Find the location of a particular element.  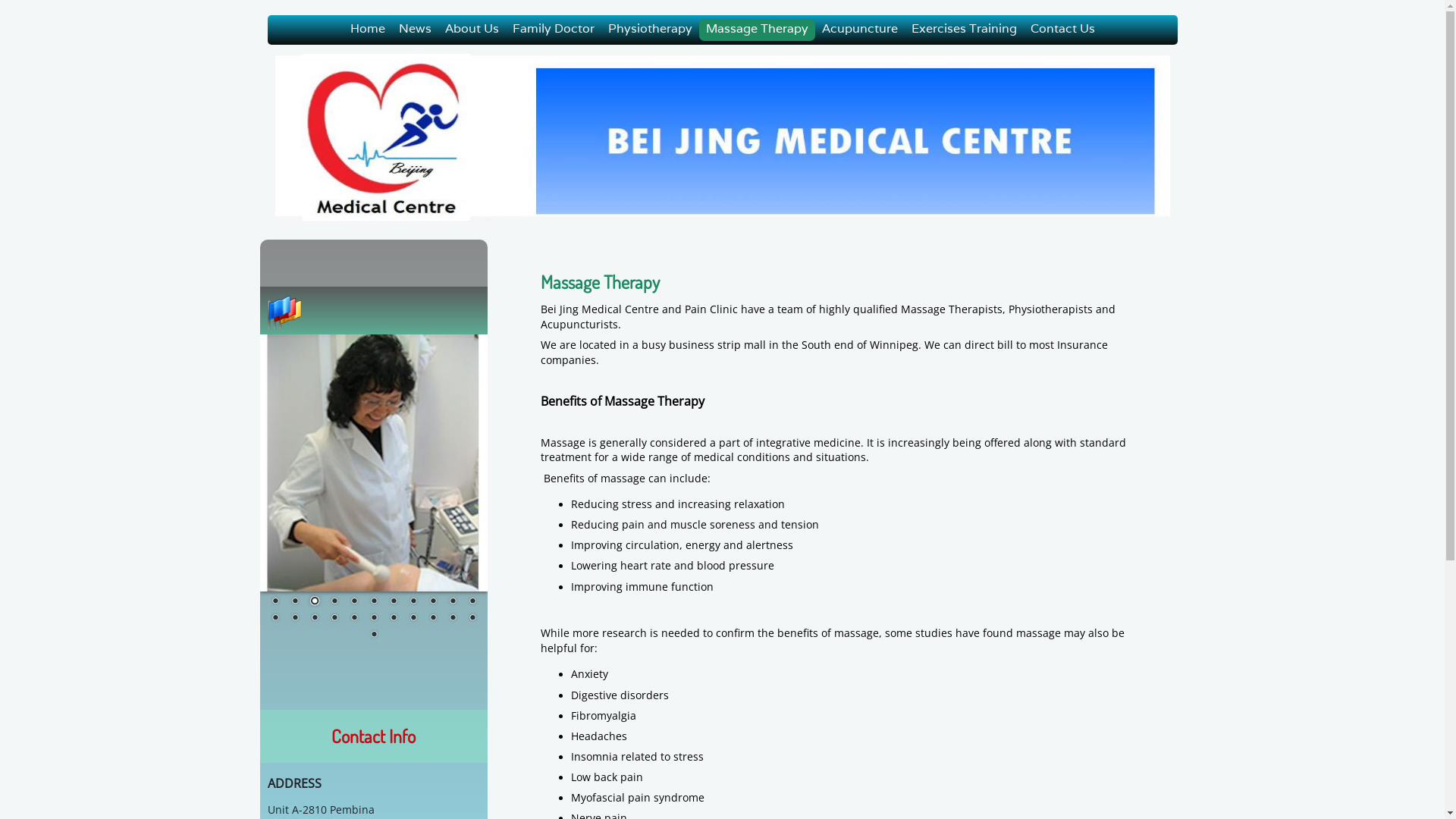

'Family Doctor' is located at coordinates (552, 30).